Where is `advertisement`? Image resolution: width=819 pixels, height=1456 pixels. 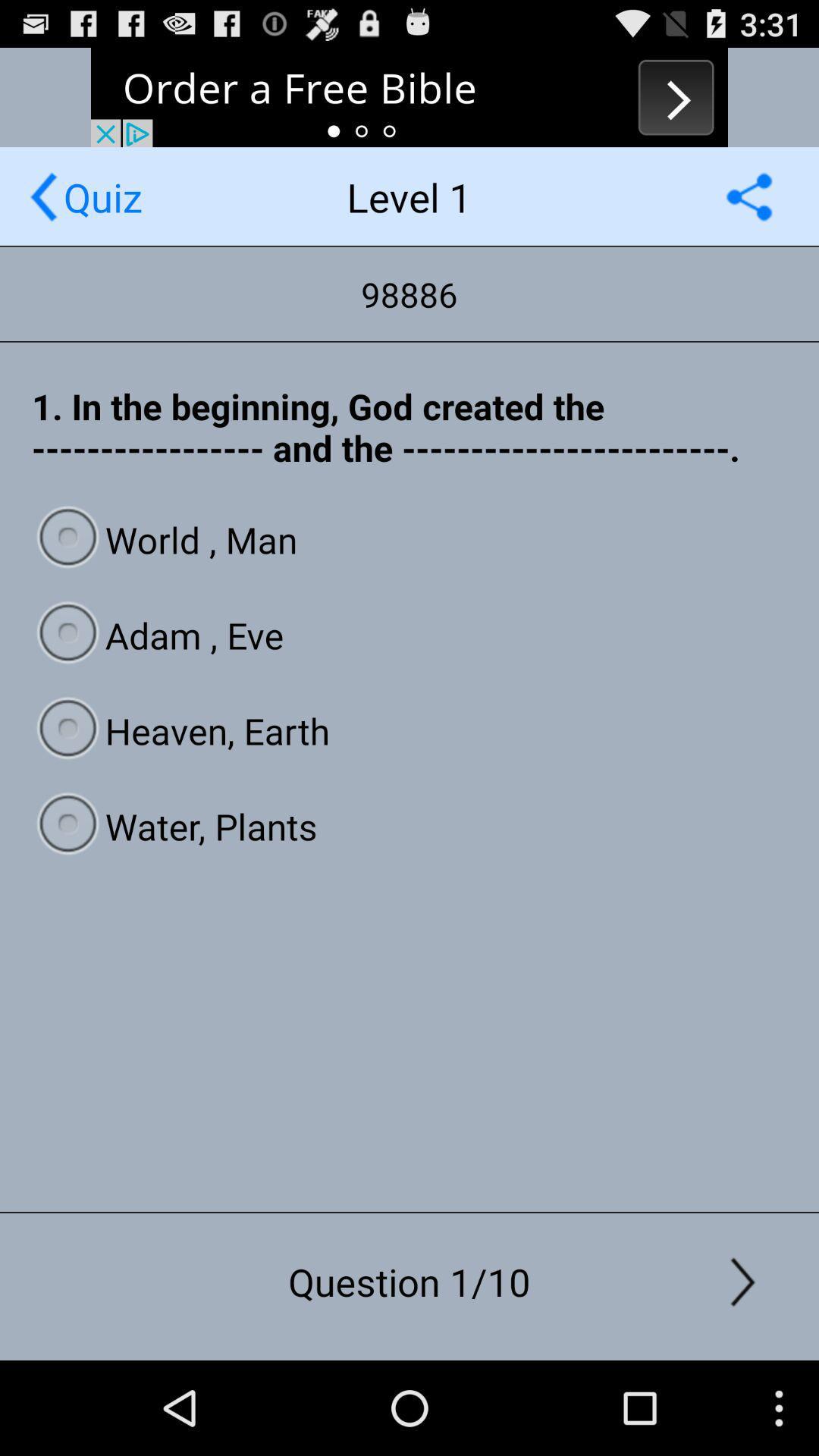 advertisement is located at coordinates (409, 96).